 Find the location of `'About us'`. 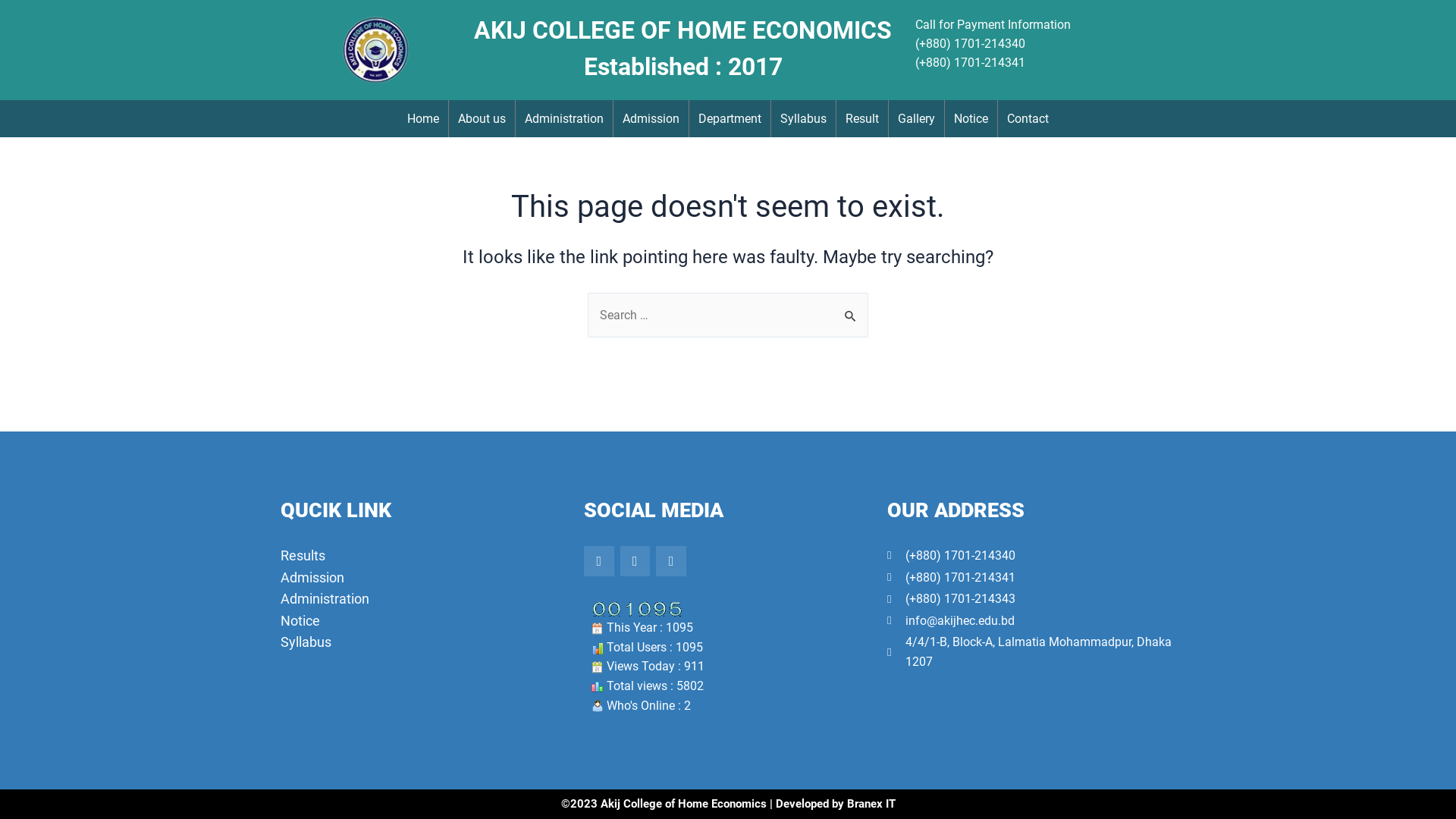

'About us' is located at coordinates (481, 118).